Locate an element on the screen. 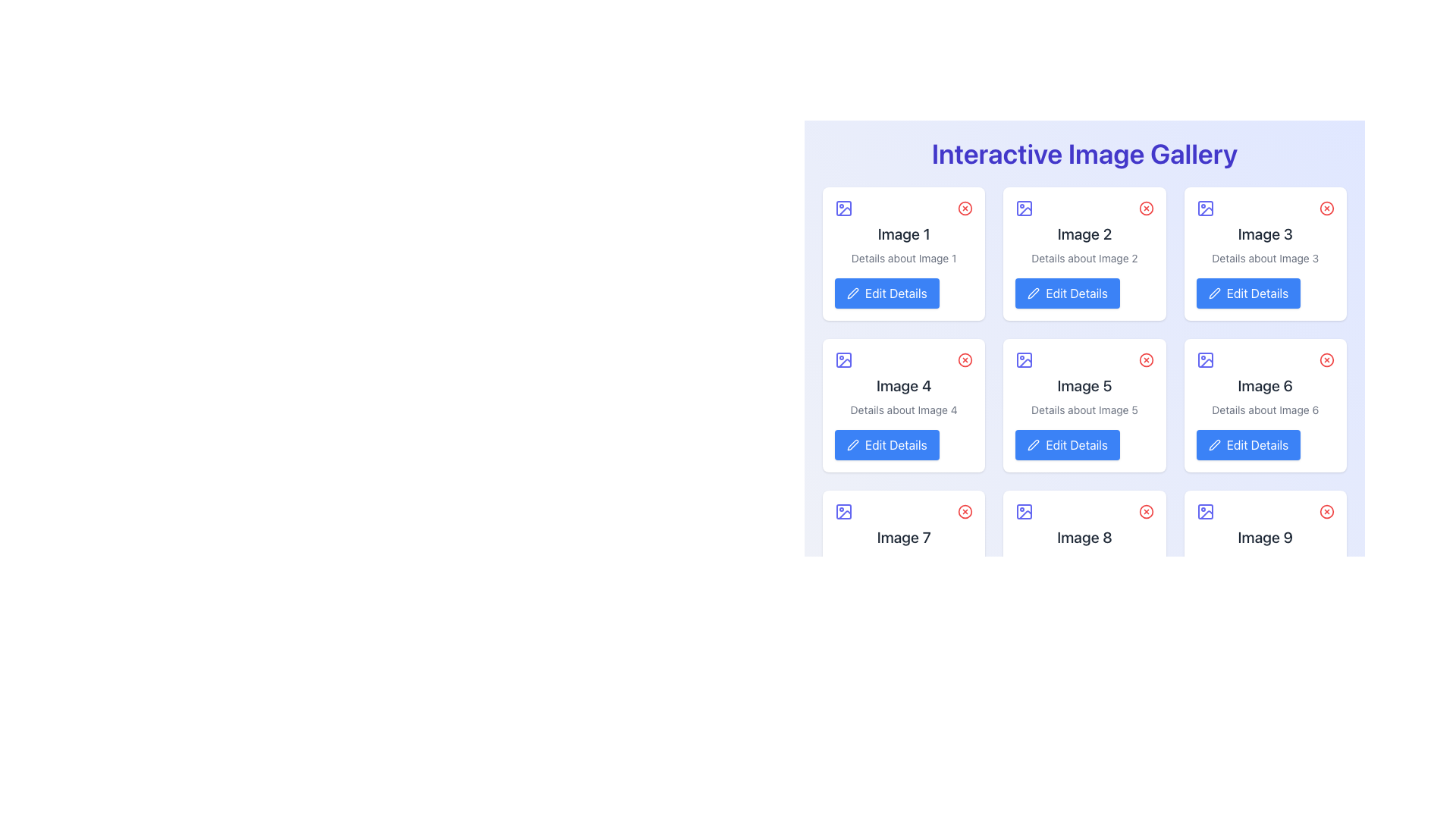  the circular outline of the delete icon located at the upper-right corner of the 8th image card in the grid layout is located at coordinates (1146, 512).